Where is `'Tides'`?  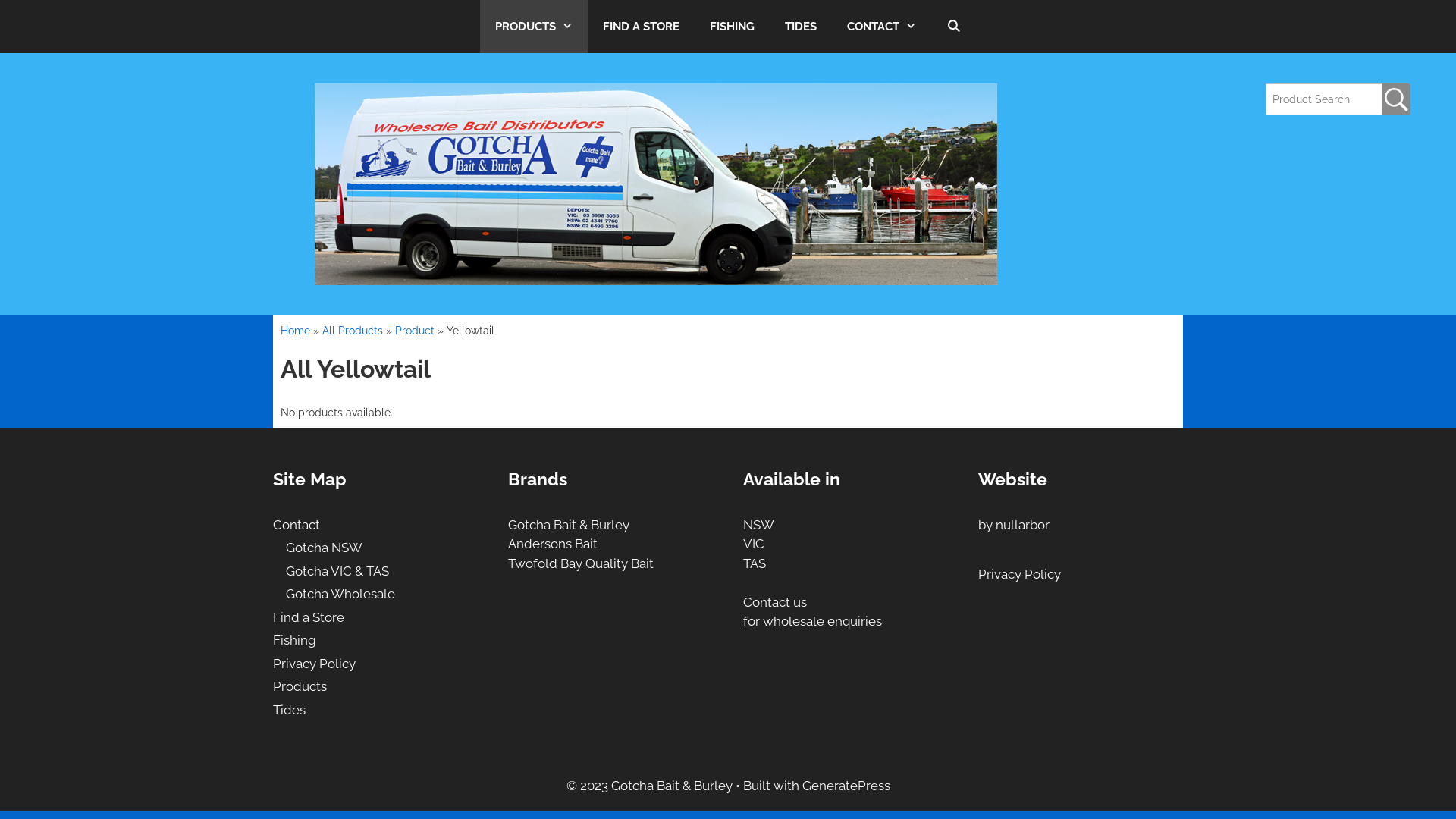 'Tides' is located at coordinates (289, 710).